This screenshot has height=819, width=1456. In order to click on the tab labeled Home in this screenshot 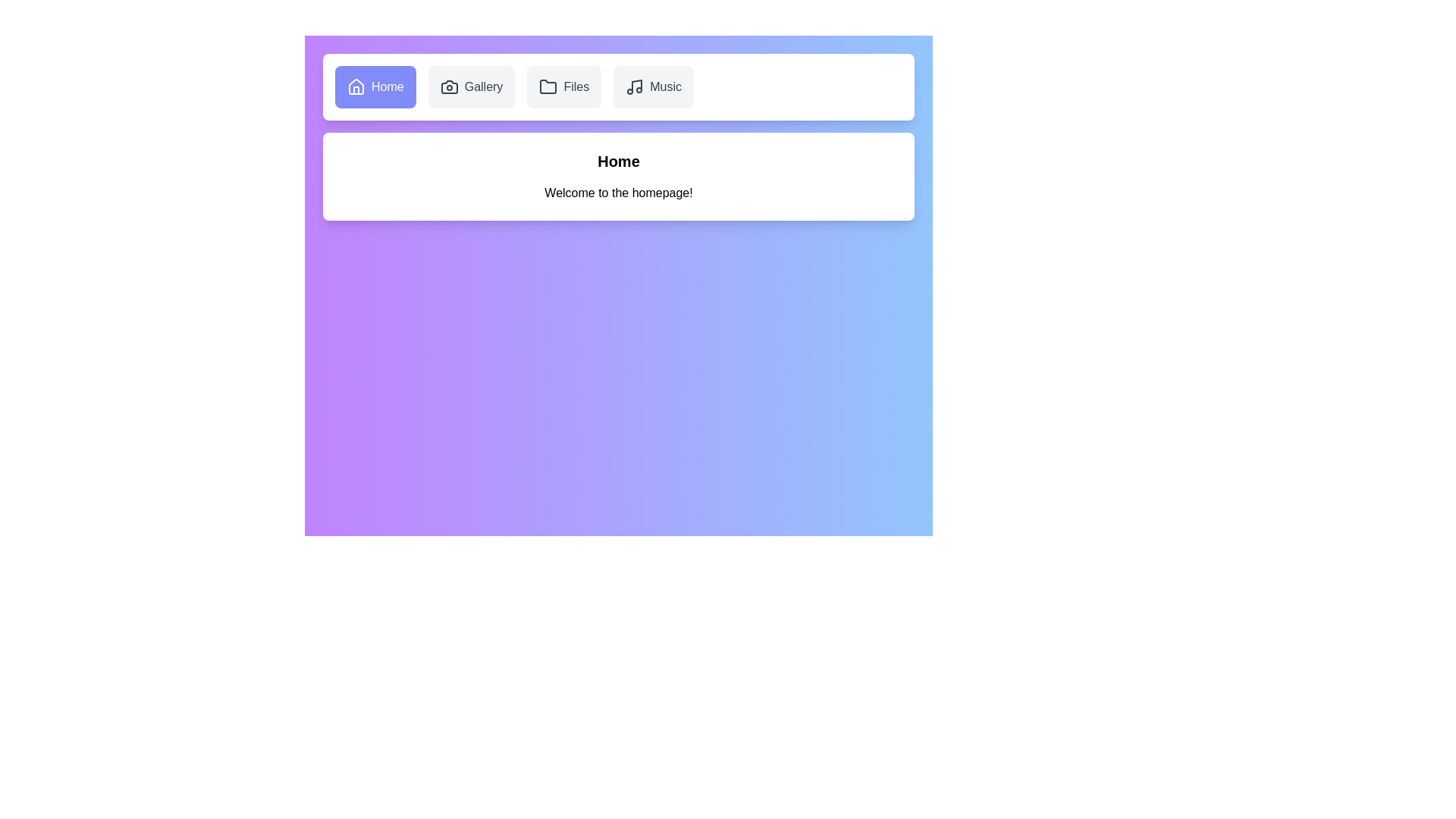, I will do `click(375, 87)`.